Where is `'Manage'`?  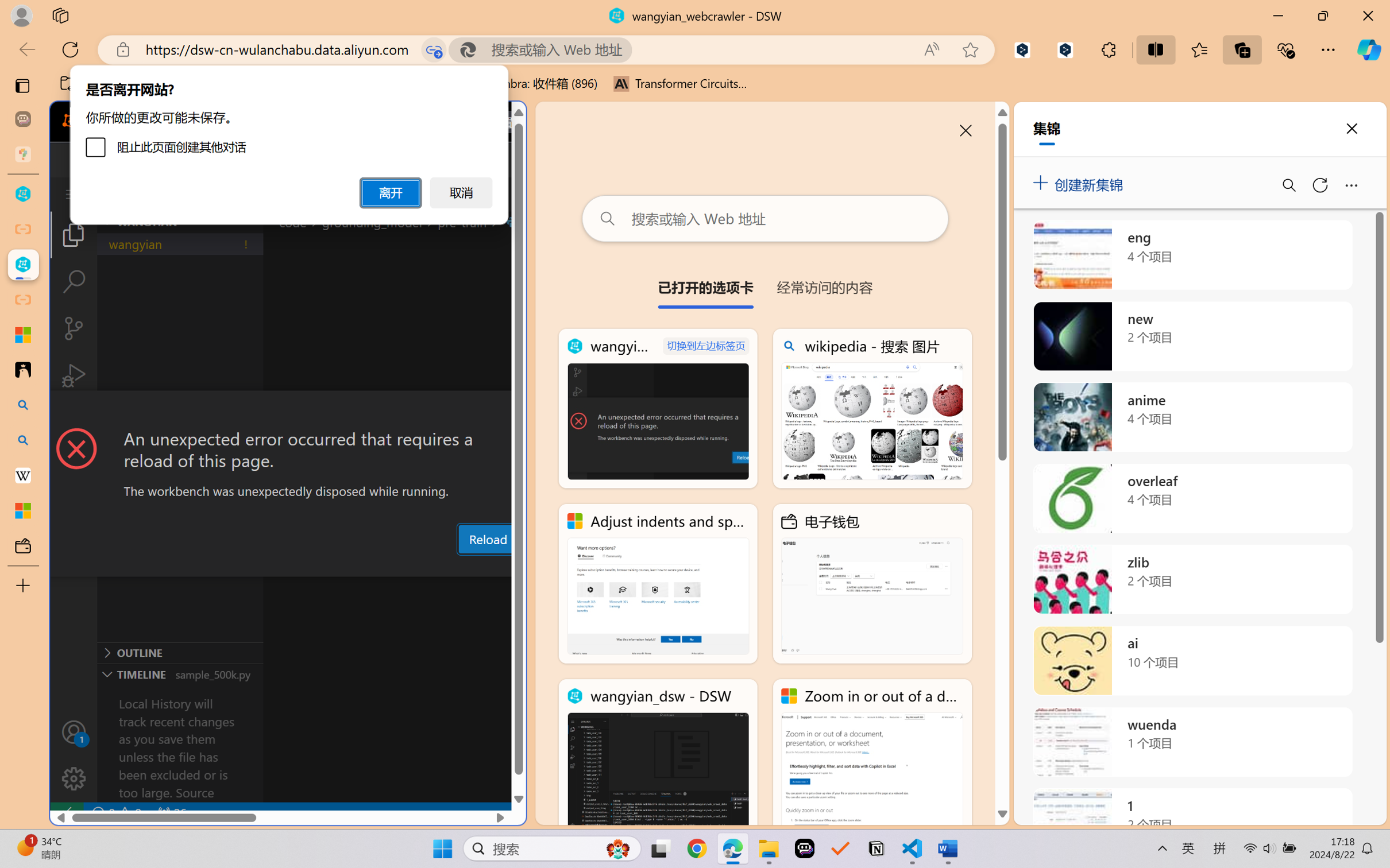 'Manage' is located at coordinates (73, 754).